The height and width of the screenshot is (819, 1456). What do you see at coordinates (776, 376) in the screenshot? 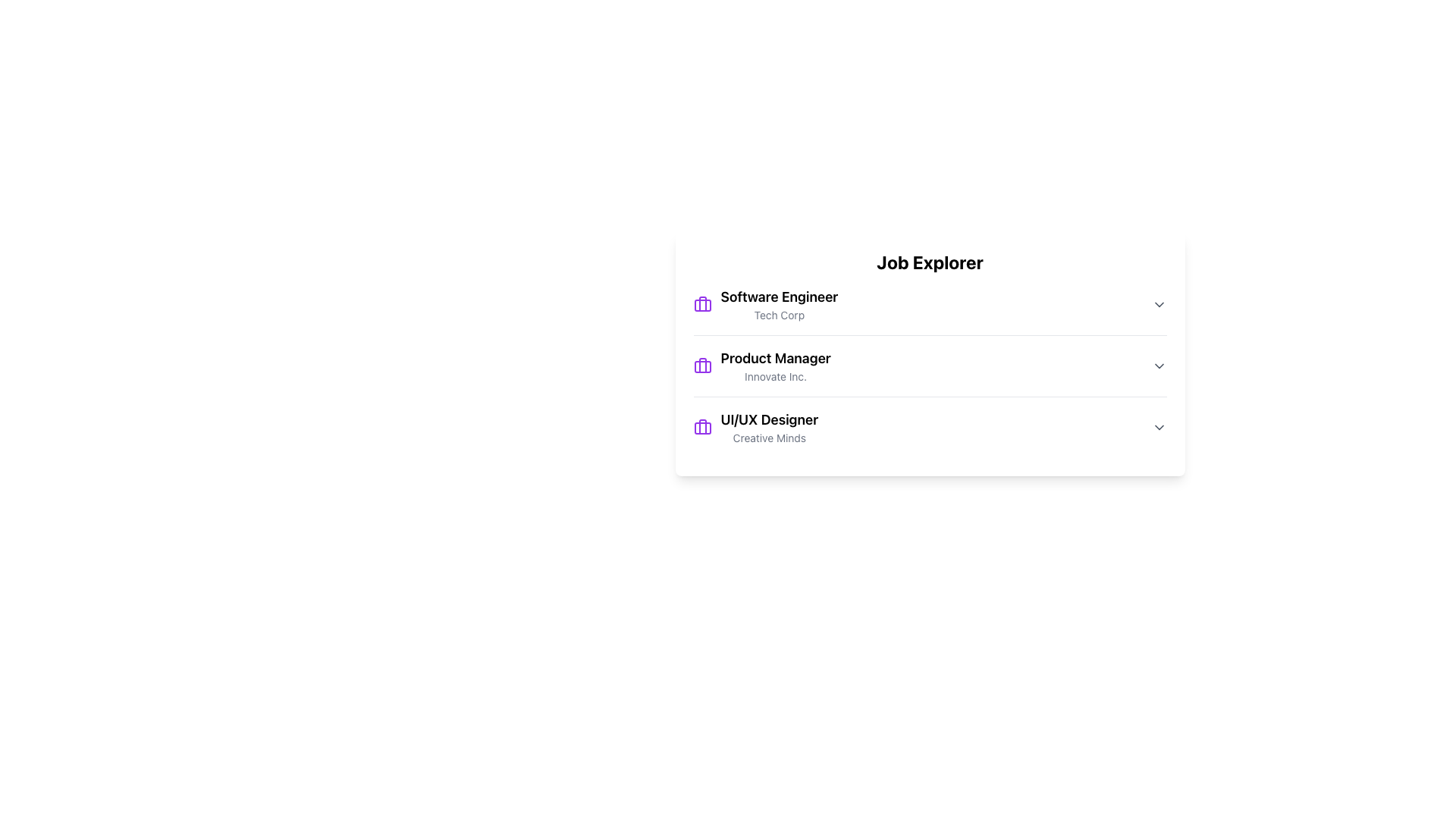
I see `the text label displaying 'Innovate Inc.' which is located directly below the 'Product Manager' title in the job listing layout` at bounding box center [776, 376].